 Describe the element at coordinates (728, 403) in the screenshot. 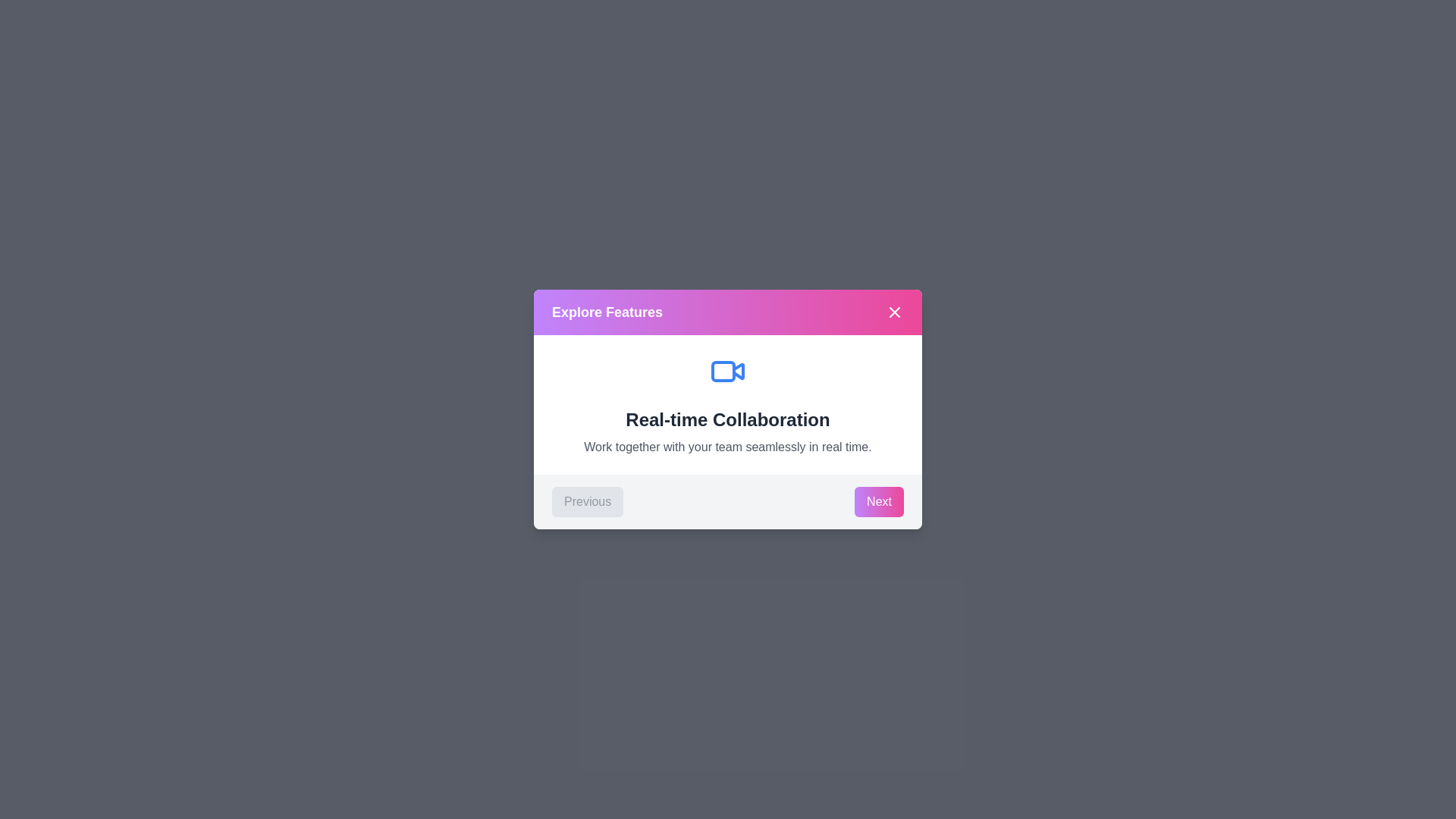

I see `the informational section that contains the title 'Real-time Collaboration' in bold and the description 'Work together with your team seamlessly in real time.'` at that location.